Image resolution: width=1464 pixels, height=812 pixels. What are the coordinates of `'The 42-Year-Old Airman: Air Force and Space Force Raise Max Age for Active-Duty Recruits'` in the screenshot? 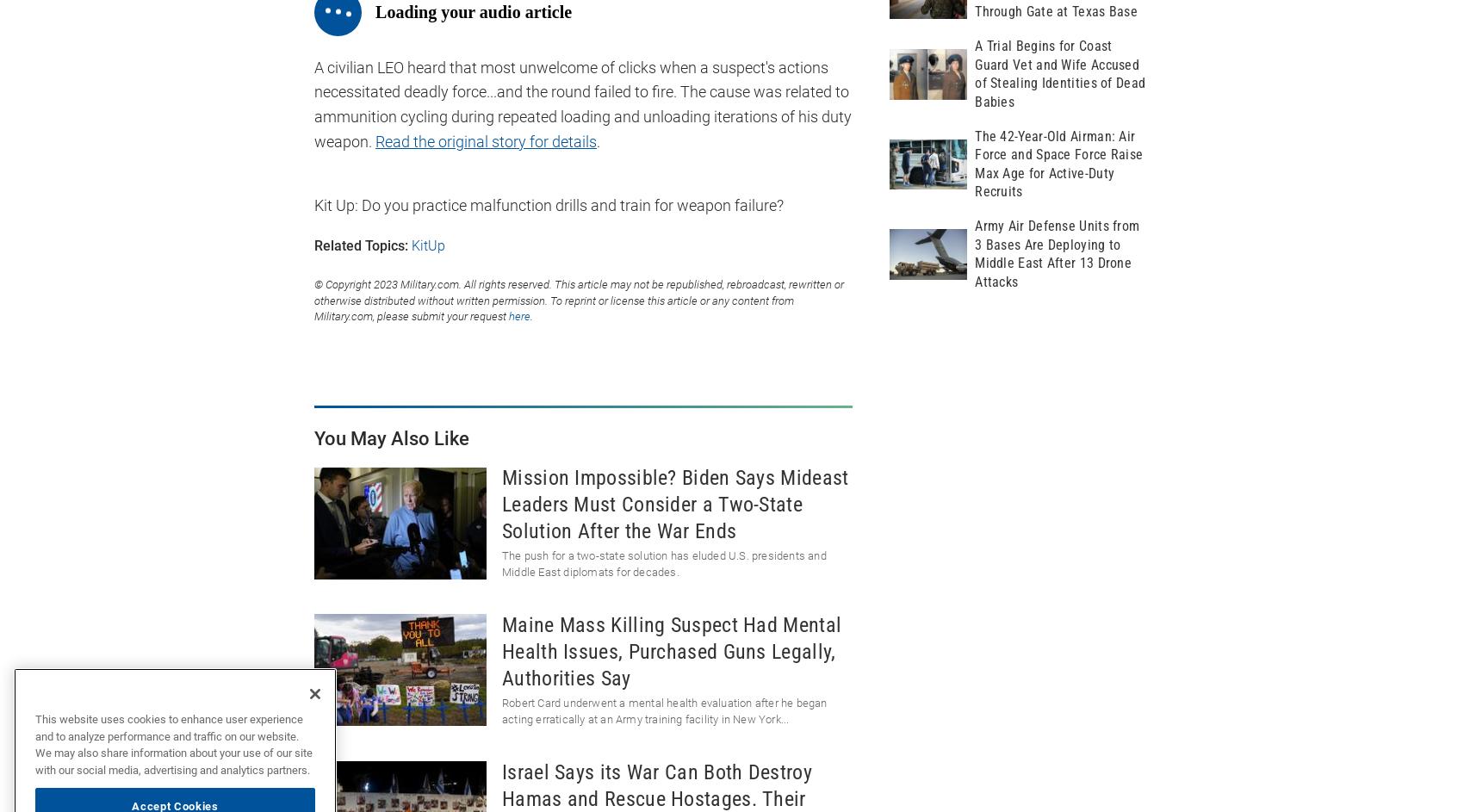 It's located at (1058, 163).